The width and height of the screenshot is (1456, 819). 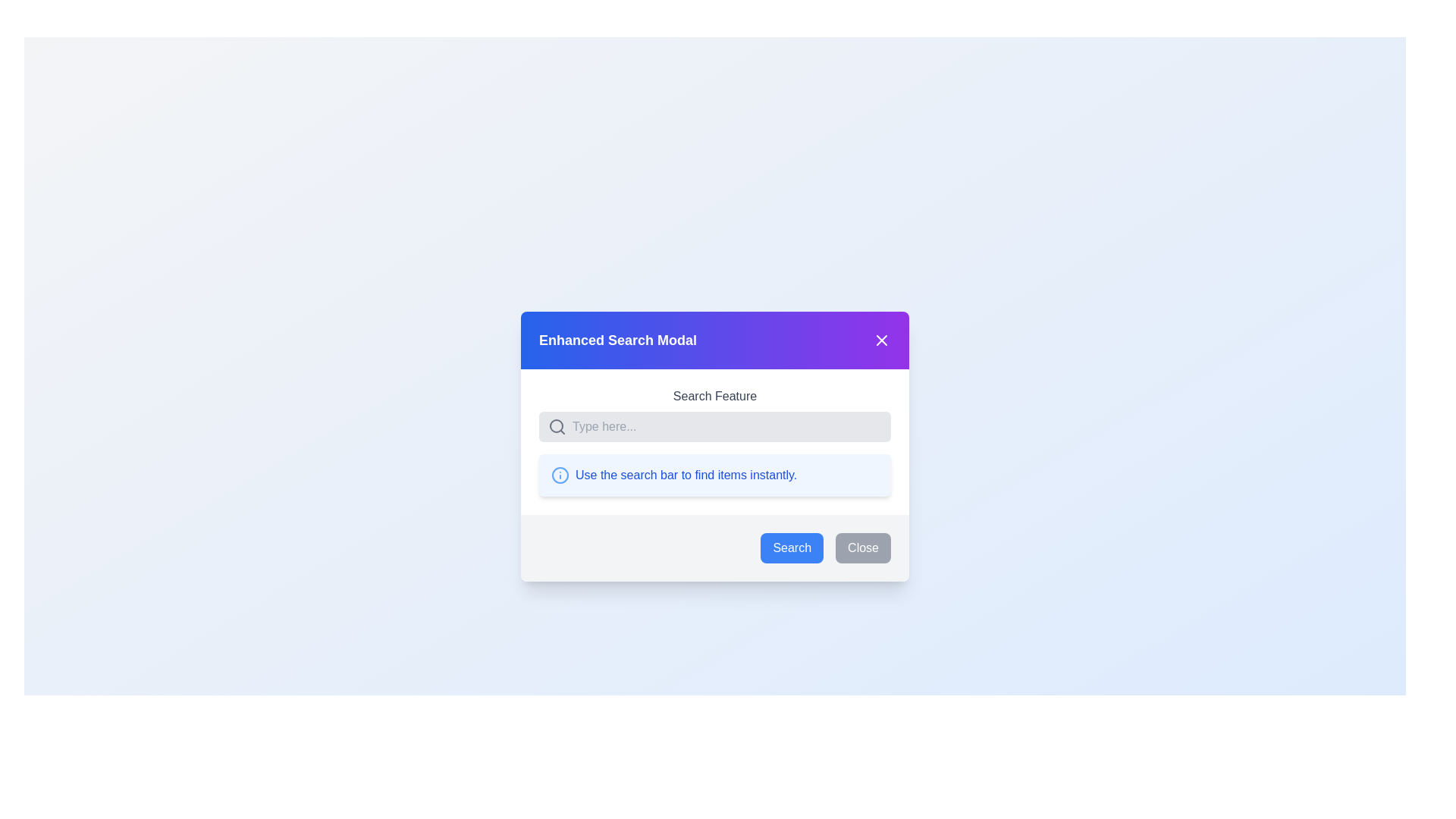 What do you see at coordinates (863, 548) in the screenshot?
I see `the close button located at the bottom-right corner of the modal, positioned to the right of the blue 'Search' button, to trigger the visual hover effect` at bounding box center [863, 548].